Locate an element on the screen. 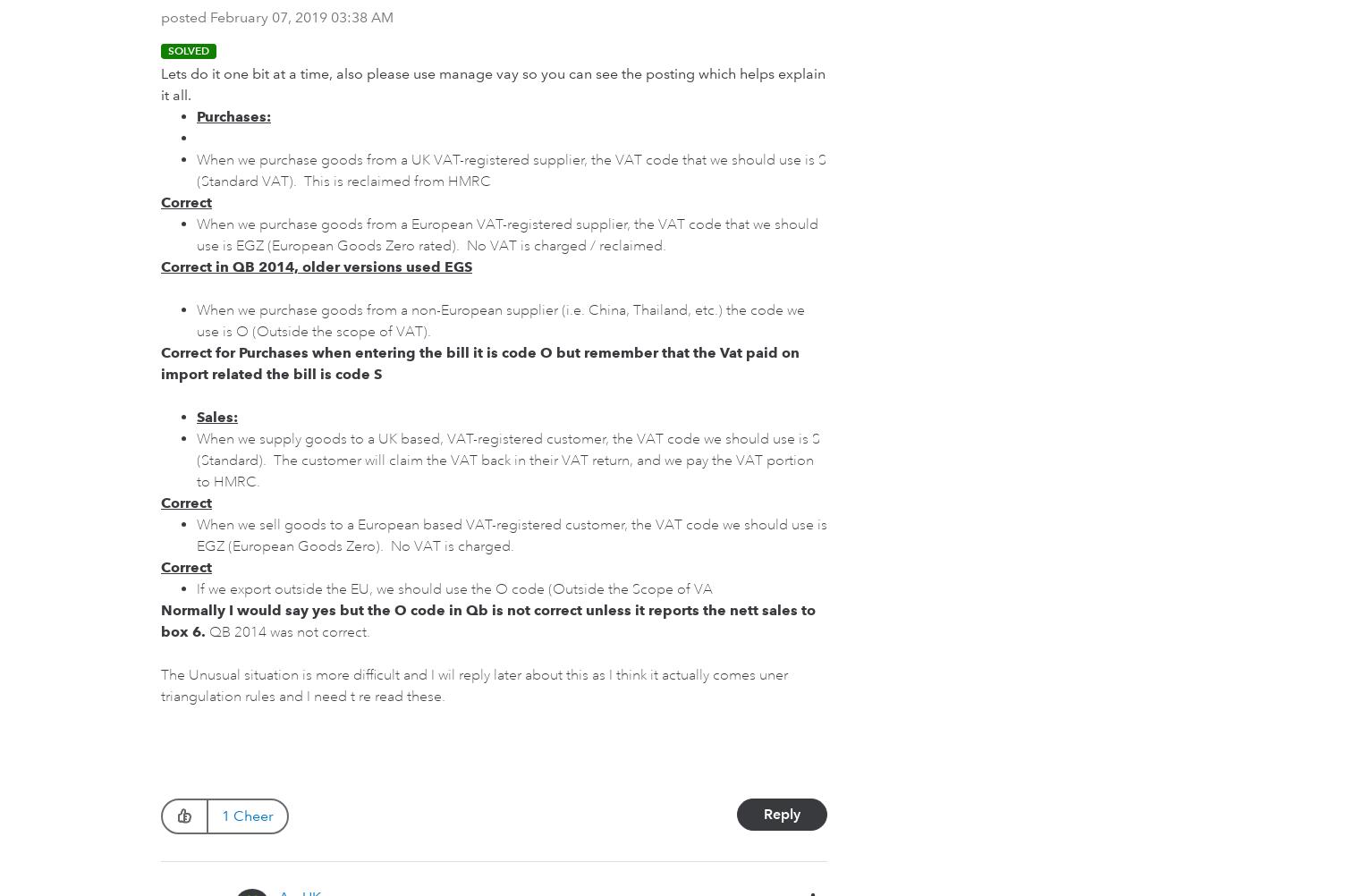  'Correct for Purchases when entering the bill it is code O but remember that the Vat paid on import related the bill is code S' is located at coordinates (479, 363).